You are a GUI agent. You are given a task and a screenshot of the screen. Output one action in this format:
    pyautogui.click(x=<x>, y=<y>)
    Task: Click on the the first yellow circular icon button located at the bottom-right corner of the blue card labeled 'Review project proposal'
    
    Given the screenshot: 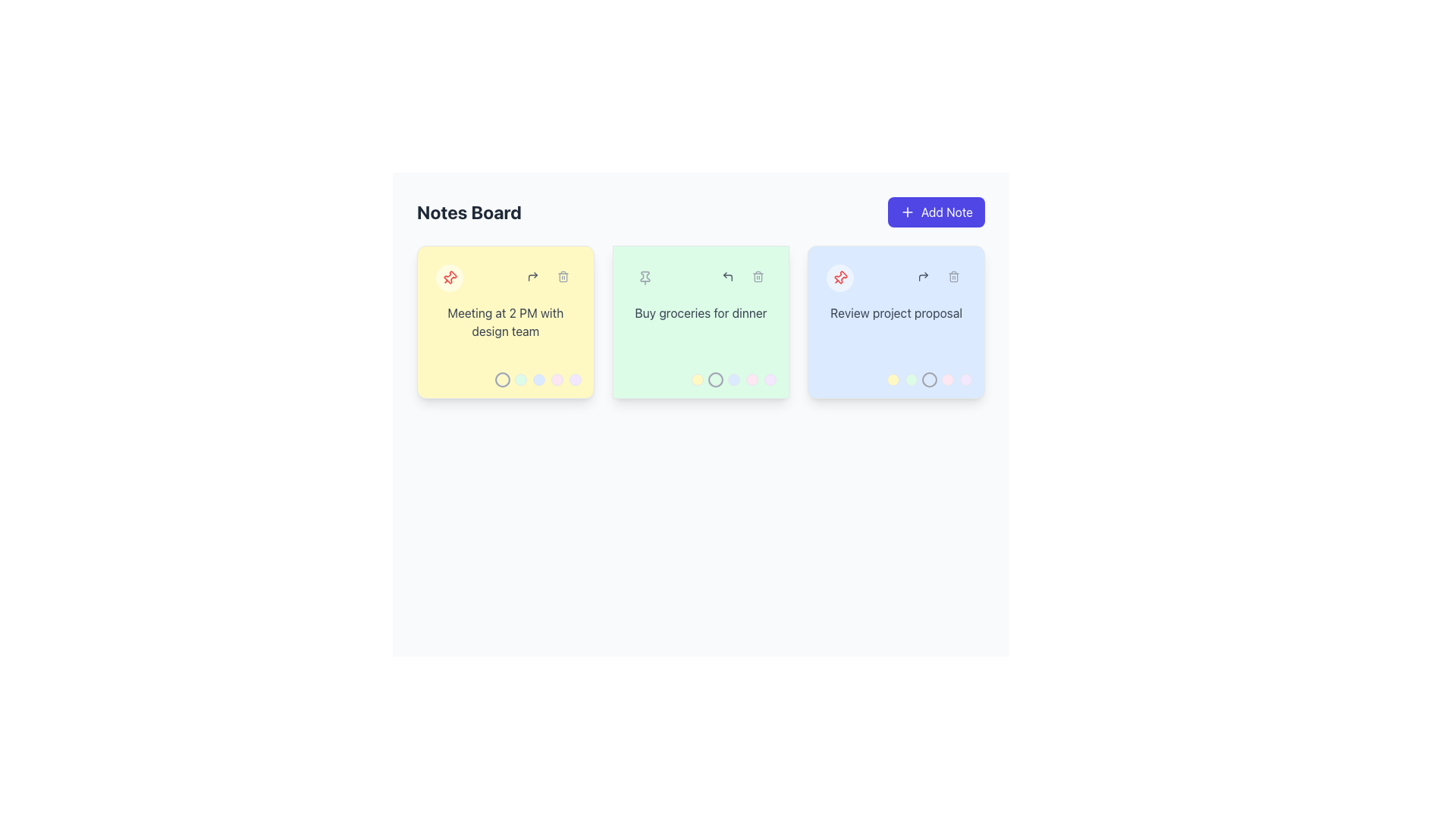 What is the action you would take?
    pyautogui.click(x=893, y=379)
    